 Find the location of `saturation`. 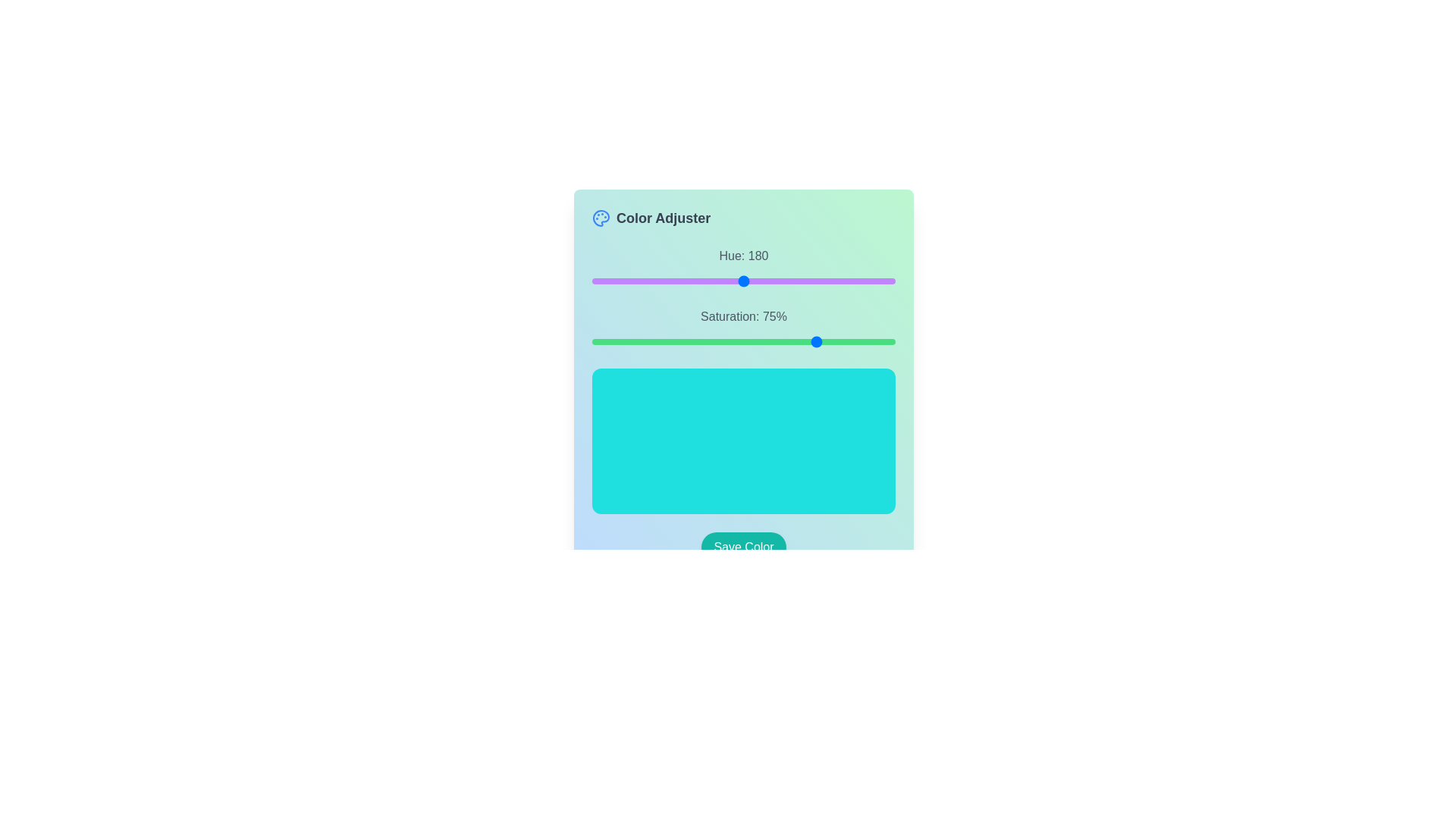

saturation is located at coordinates (892, 342).